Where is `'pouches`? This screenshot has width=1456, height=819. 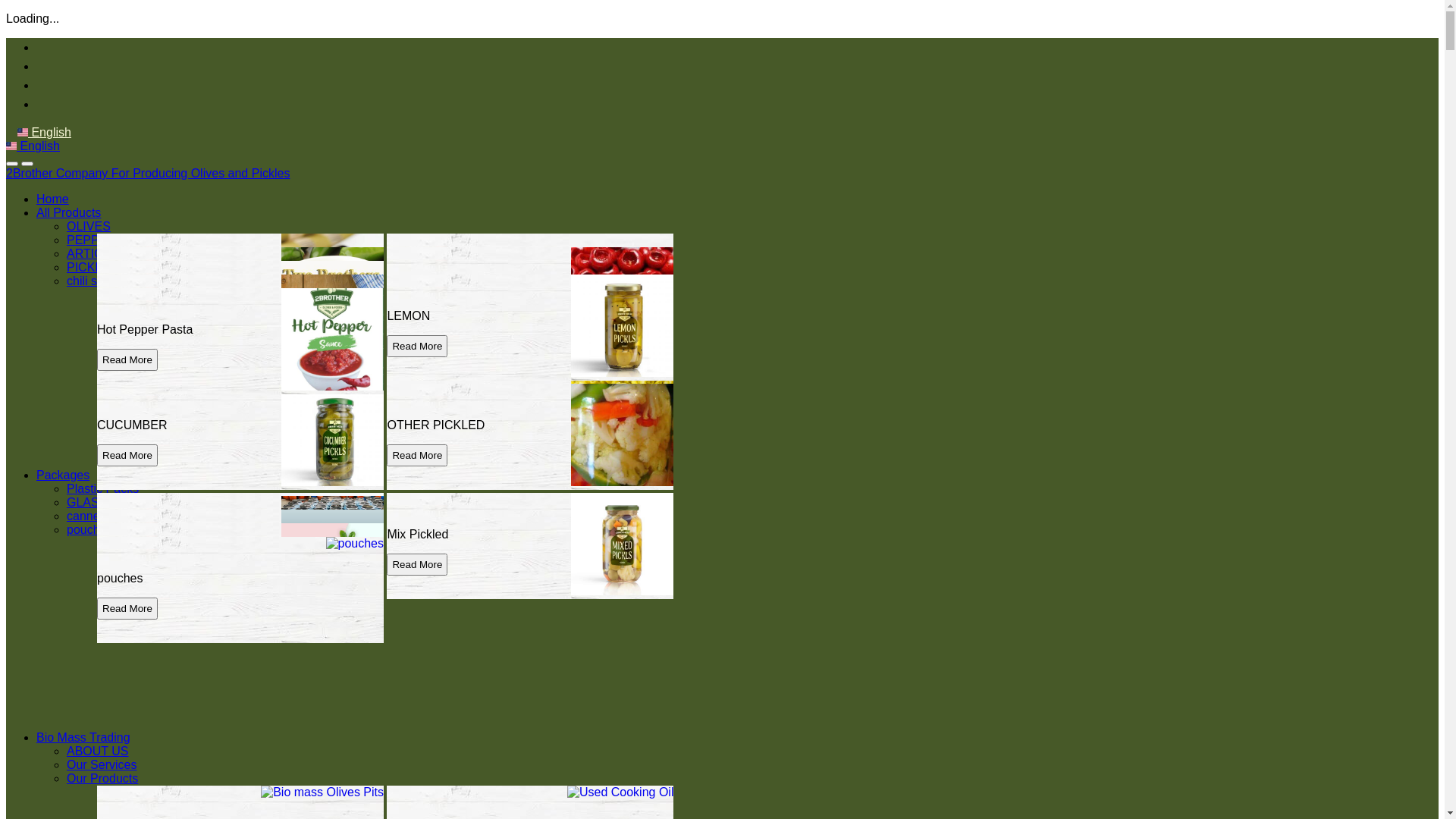
'pouches is located at coordinates (239, 589).